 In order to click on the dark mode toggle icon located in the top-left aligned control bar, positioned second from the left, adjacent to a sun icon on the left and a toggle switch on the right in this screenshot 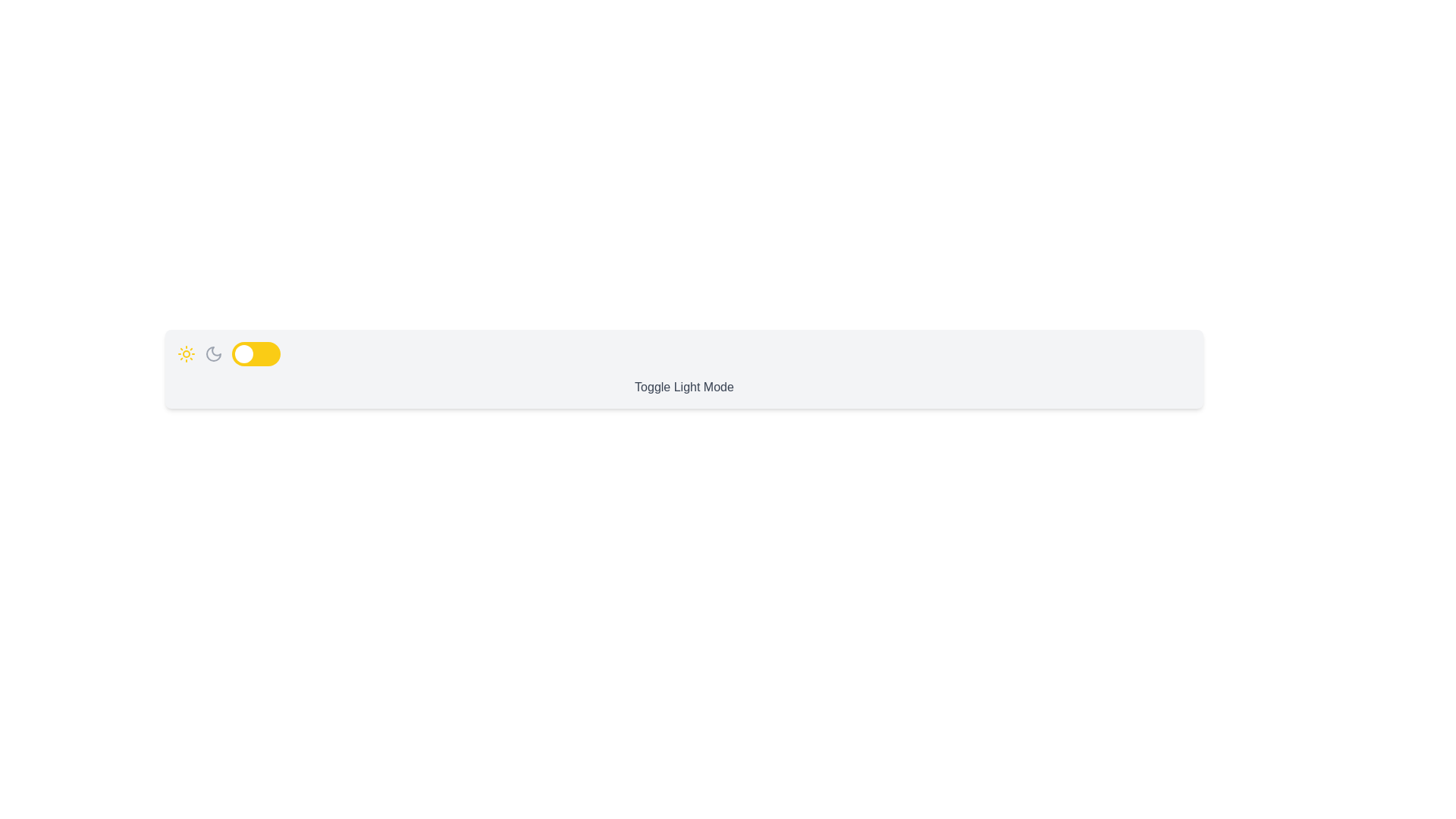, I will do `click(213, 353)`.